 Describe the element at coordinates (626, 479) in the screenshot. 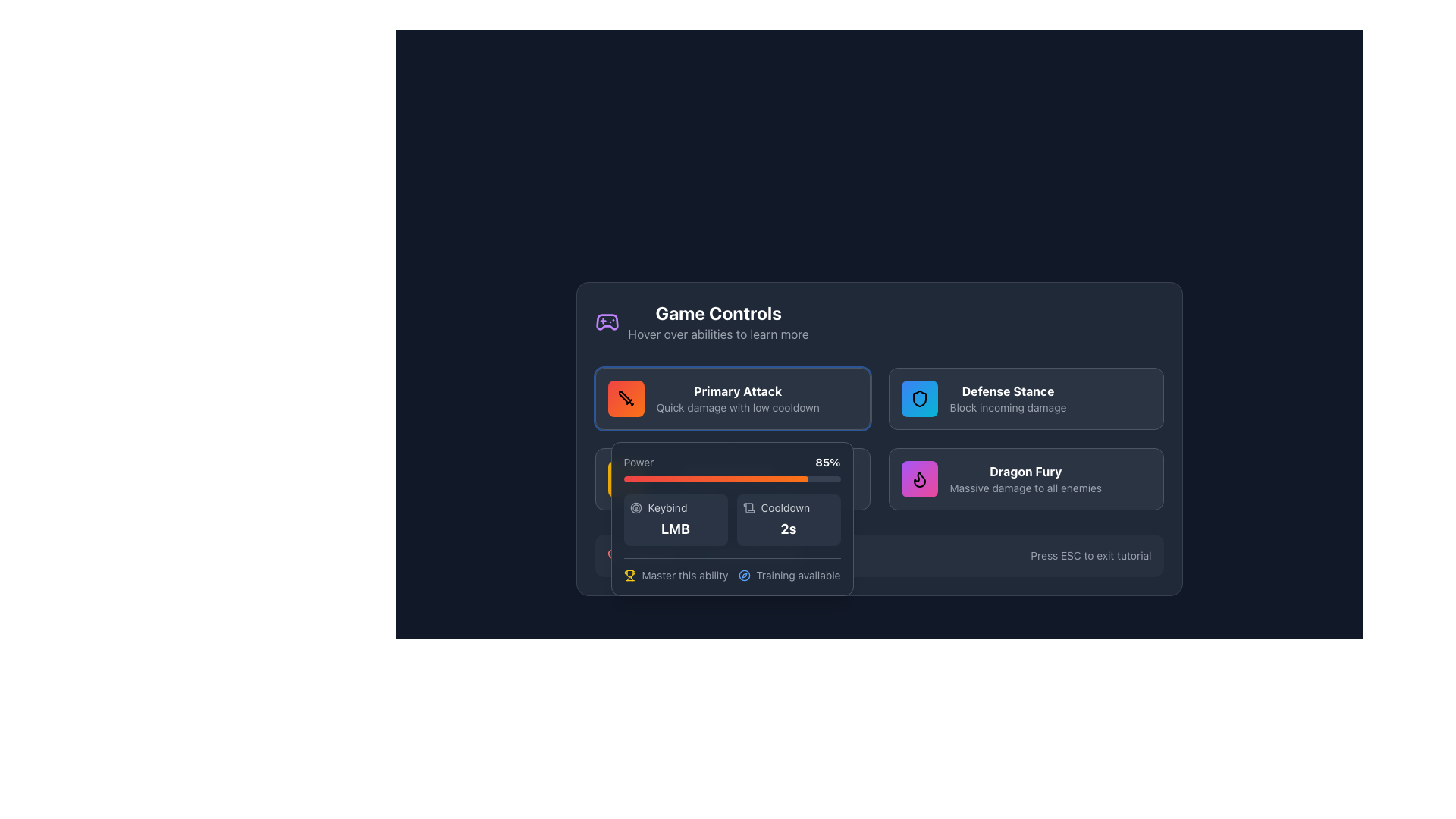

I see `the SVG lightning bolt icon with a gradient background located at the bottom-left corner of the game control panel, specifically at the start of the power bar labeled 'Power 85%'` at that location.